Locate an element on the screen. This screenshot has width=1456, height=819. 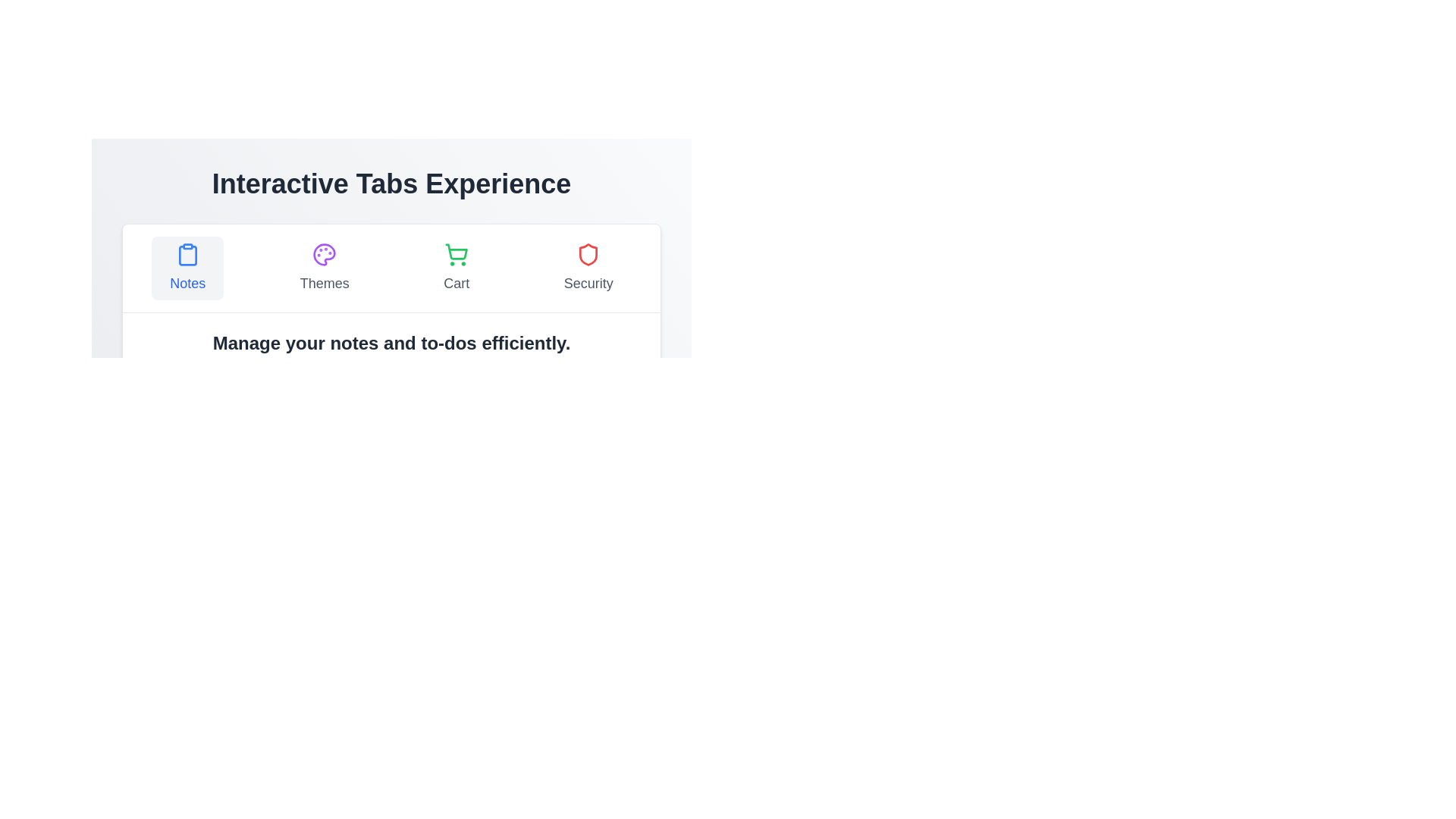
the tab labeled Cart to switch views is located at coordinates (456, 268).